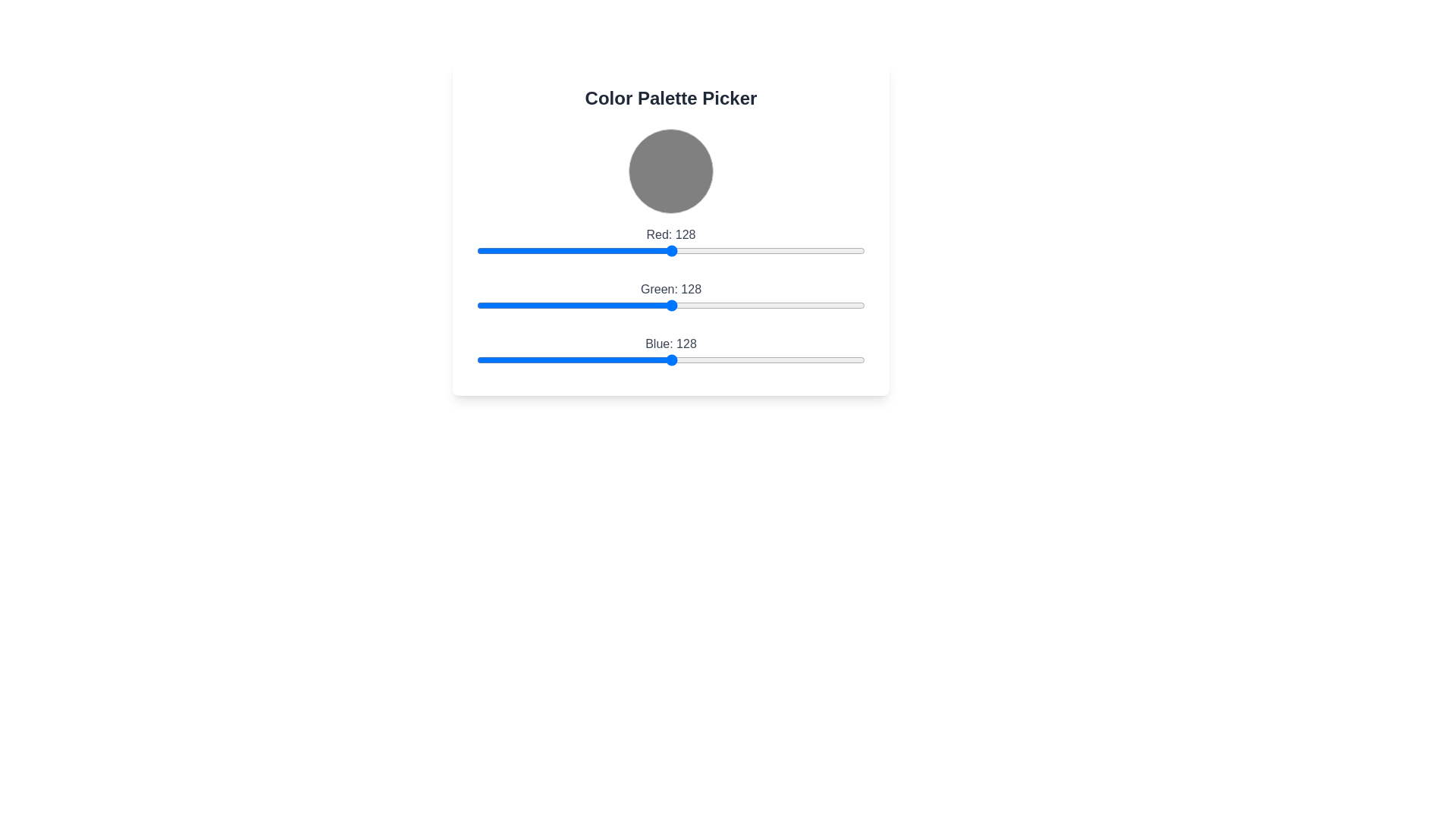 This screenshot has width=1456, height=819. What do you see at coordinates (670, 359) in the screenshot?
I see `the handle of the blue color component slider located within the section labeled 'Blue: 128'` at bounding box center [670, 359].